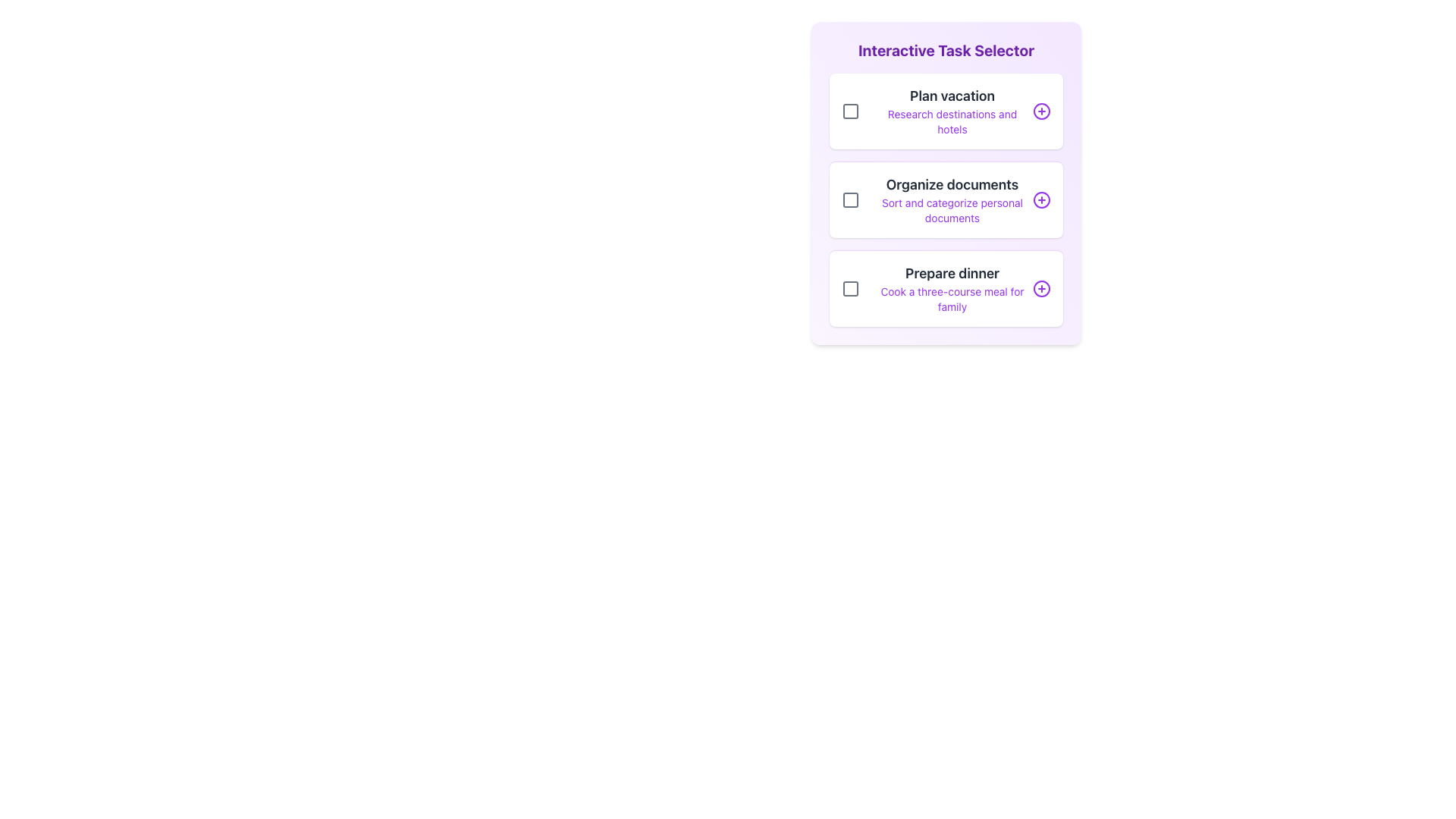  What do you see at coordinates (952, 199) in the screenshot?
I see `the text label that says 'Organize documents' which is part of the middle task card in a vertical stack of three cards` at bounding box center [952, 199].